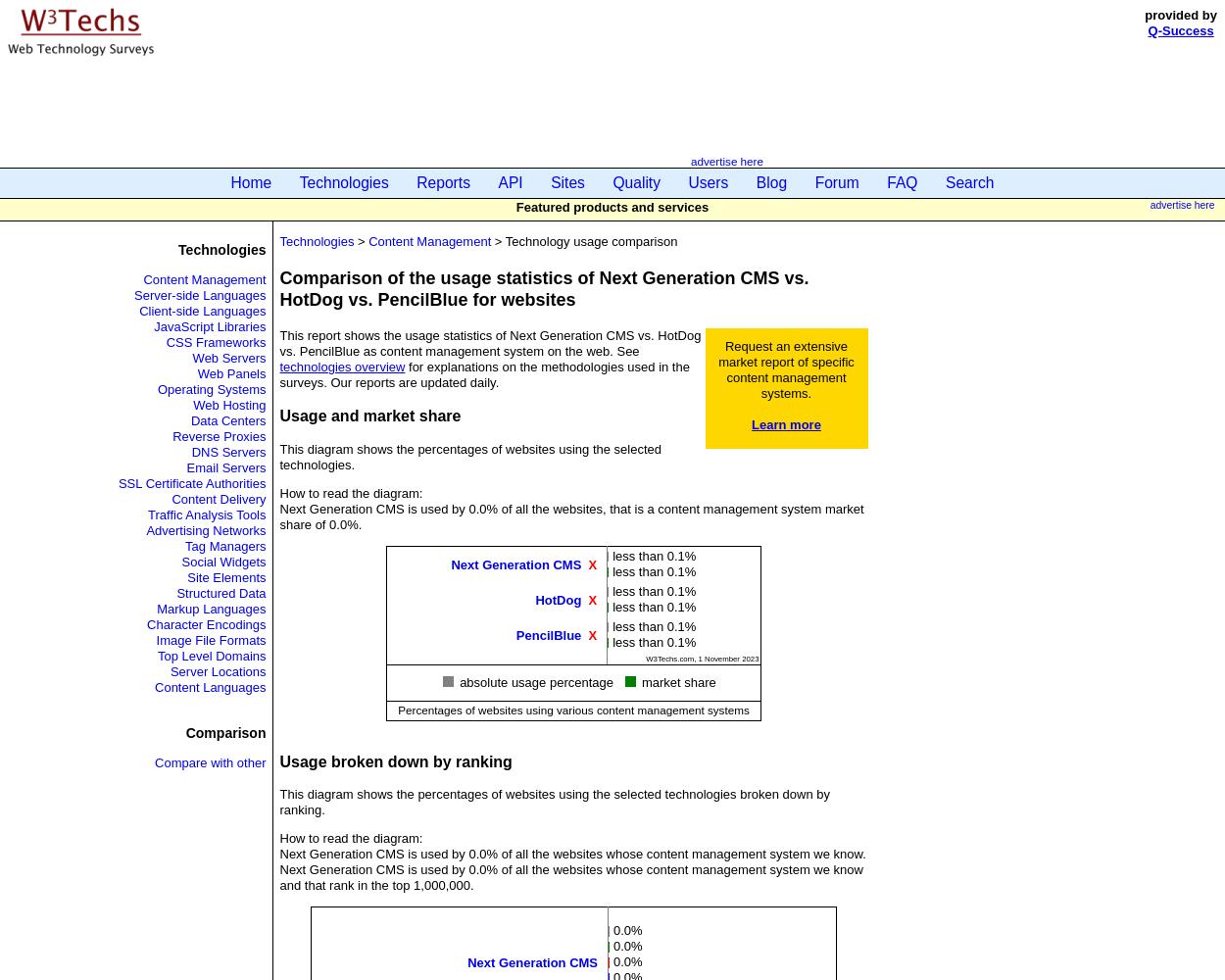  What do you see at coordinates (279, 366) in the screenshot?
I see `'technologies overview'` at bounding box center [279, 366].